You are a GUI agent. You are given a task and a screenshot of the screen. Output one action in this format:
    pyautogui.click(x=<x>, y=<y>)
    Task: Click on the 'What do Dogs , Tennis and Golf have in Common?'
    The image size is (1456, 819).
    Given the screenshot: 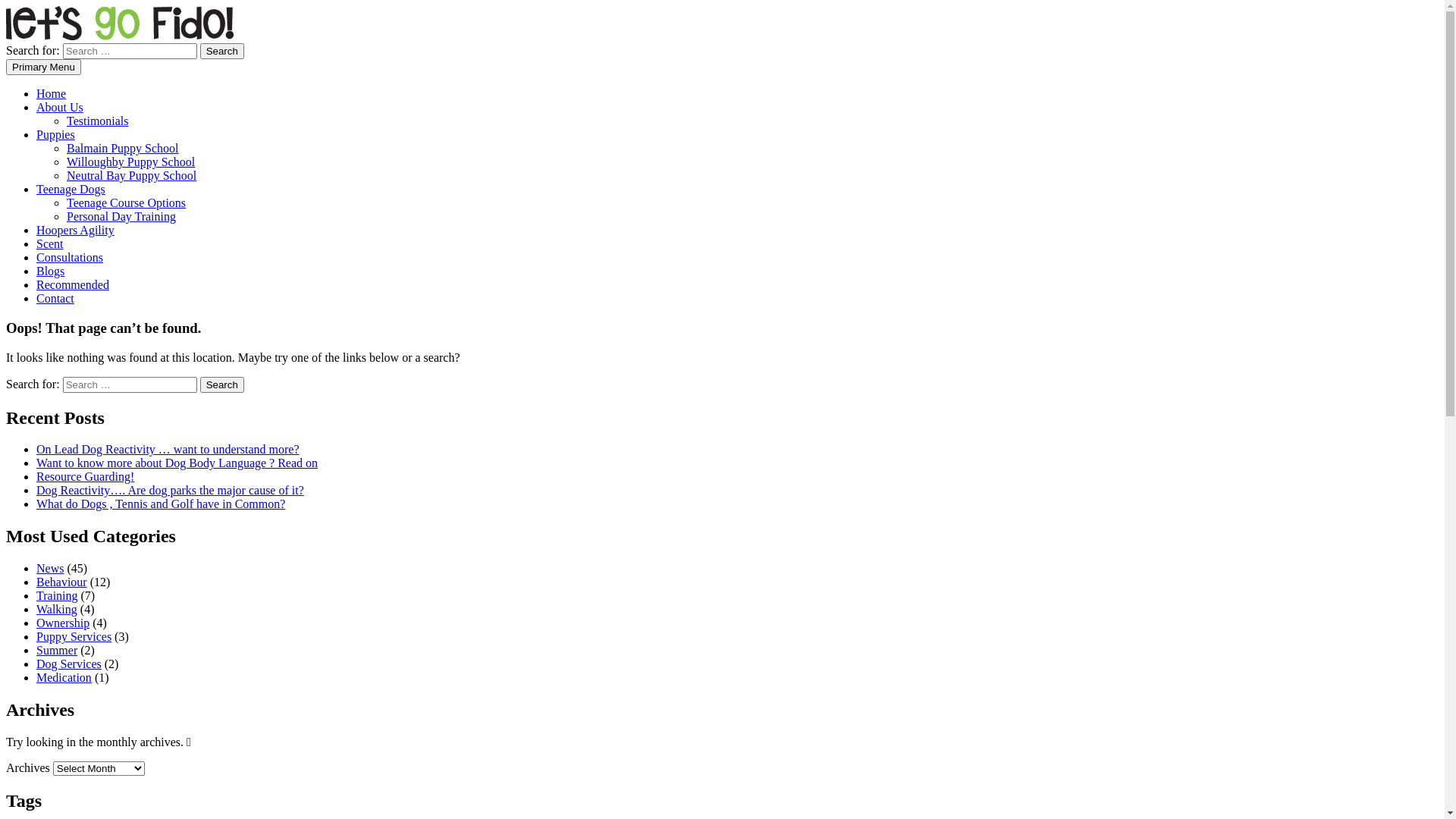 What is the action you would take?
    pyautogui.click(x=160, y=504)
    